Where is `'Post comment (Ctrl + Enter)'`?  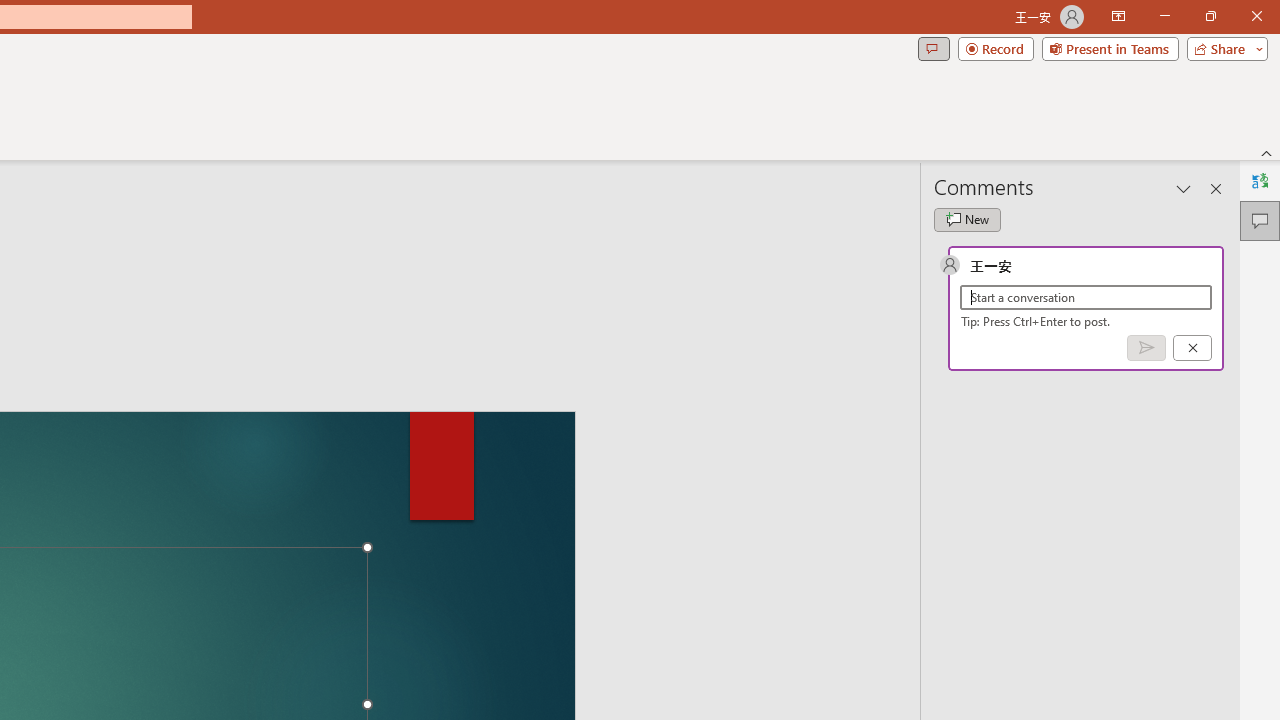
'Post comment (Ctrl + Enter)' is located at coordinates (1146, 346).